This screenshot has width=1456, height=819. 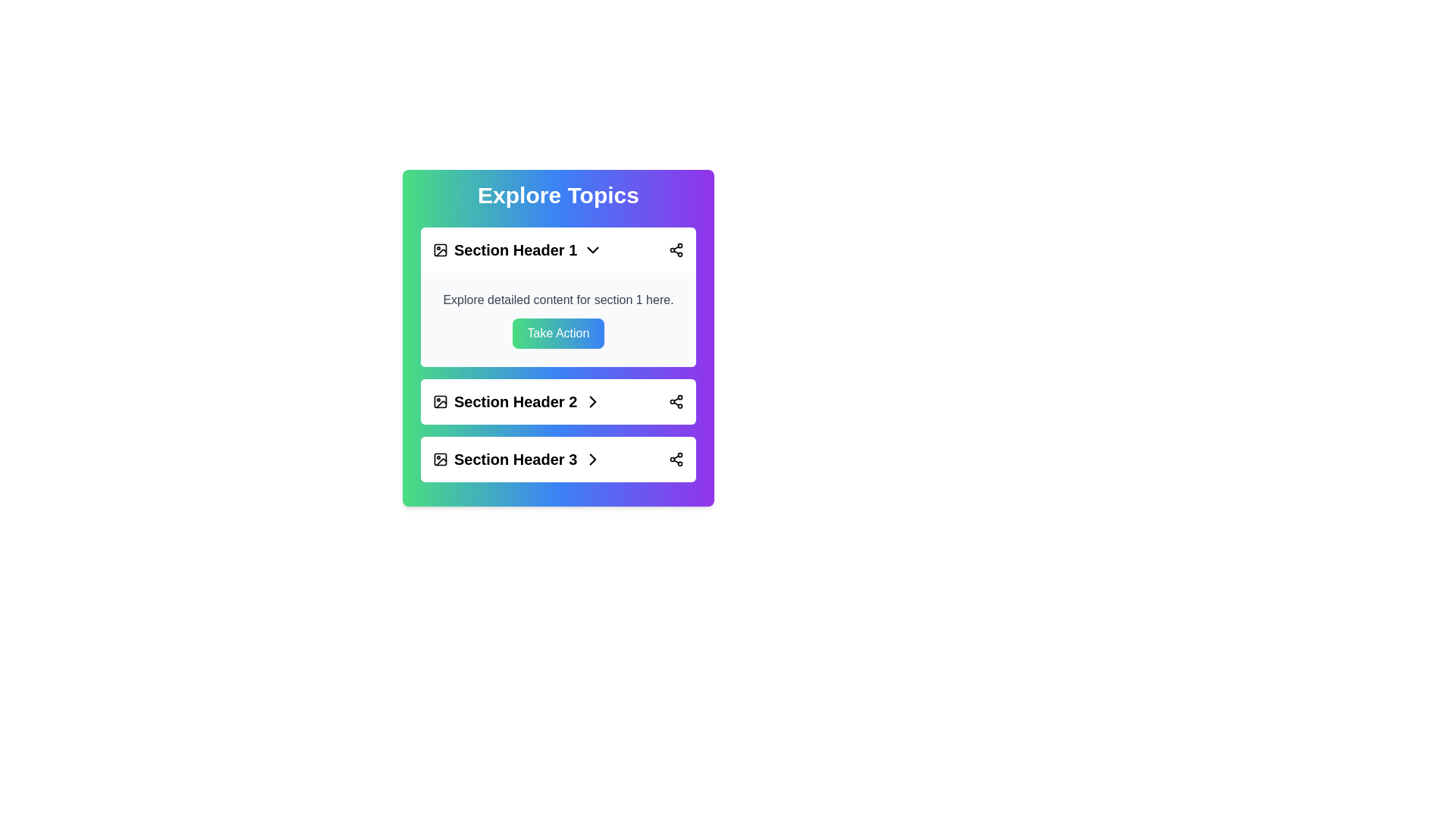 What do you see at coordinates (439, 249) in the screenshot?
I see `the SVG rectangle component that serves as a frame within the icon of 'Section Header 1'` at bounding box center [439, 249].